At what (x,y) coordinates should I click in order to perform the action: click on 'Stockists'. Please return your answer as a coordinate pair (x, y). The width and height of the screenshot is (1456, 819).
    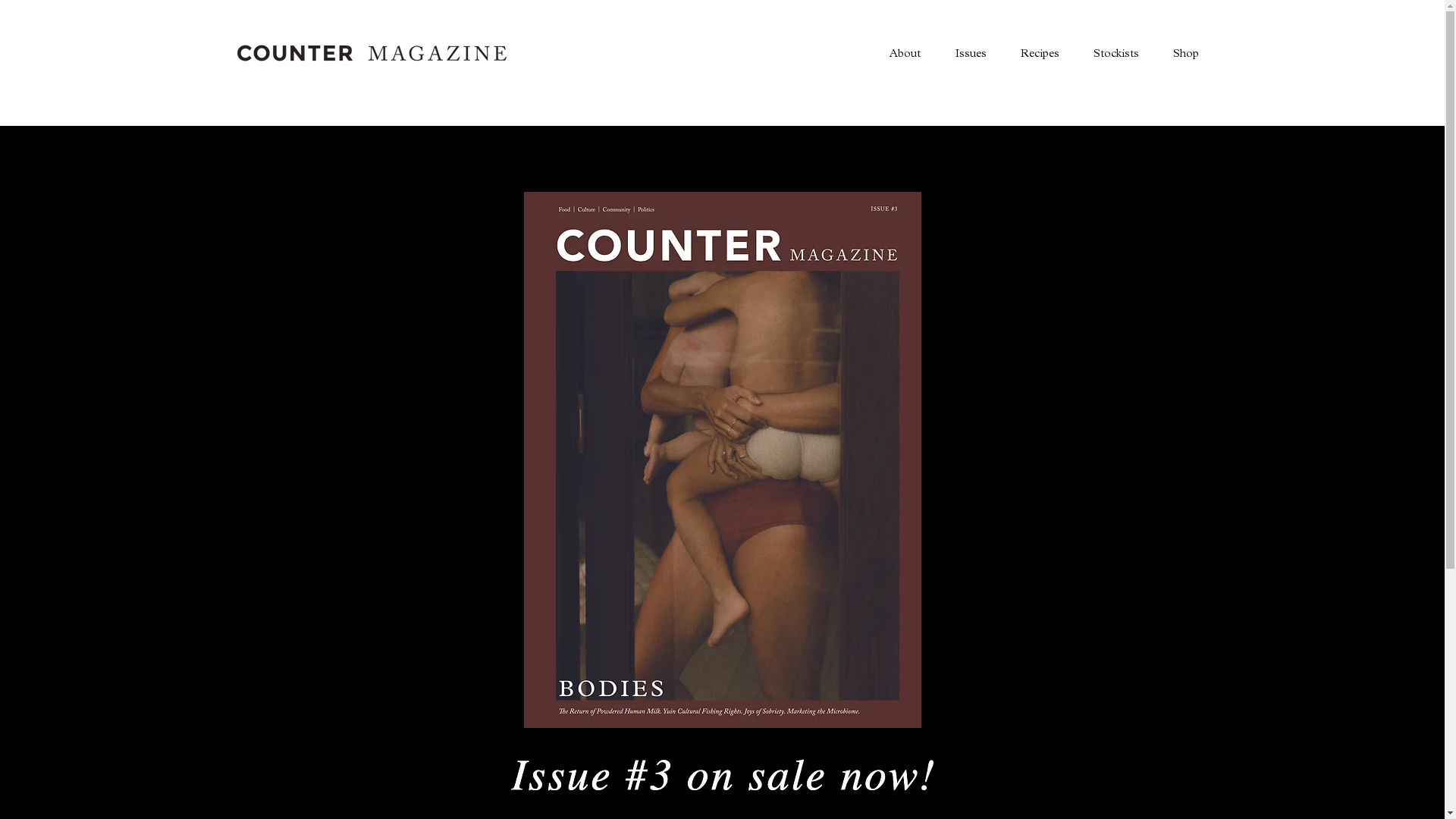
    Looking at the image, I should click on (1115, 52).